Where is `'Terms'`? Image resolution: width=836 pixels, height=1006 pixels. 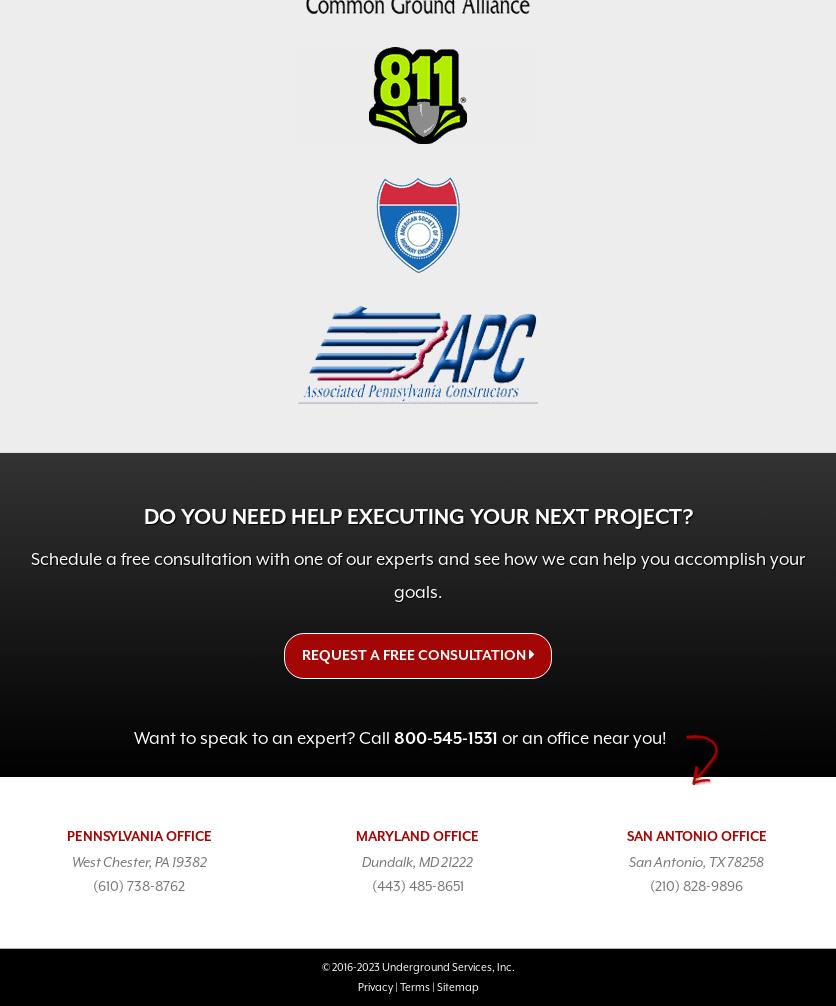 'Terms' is located at coordinates (412, 985).